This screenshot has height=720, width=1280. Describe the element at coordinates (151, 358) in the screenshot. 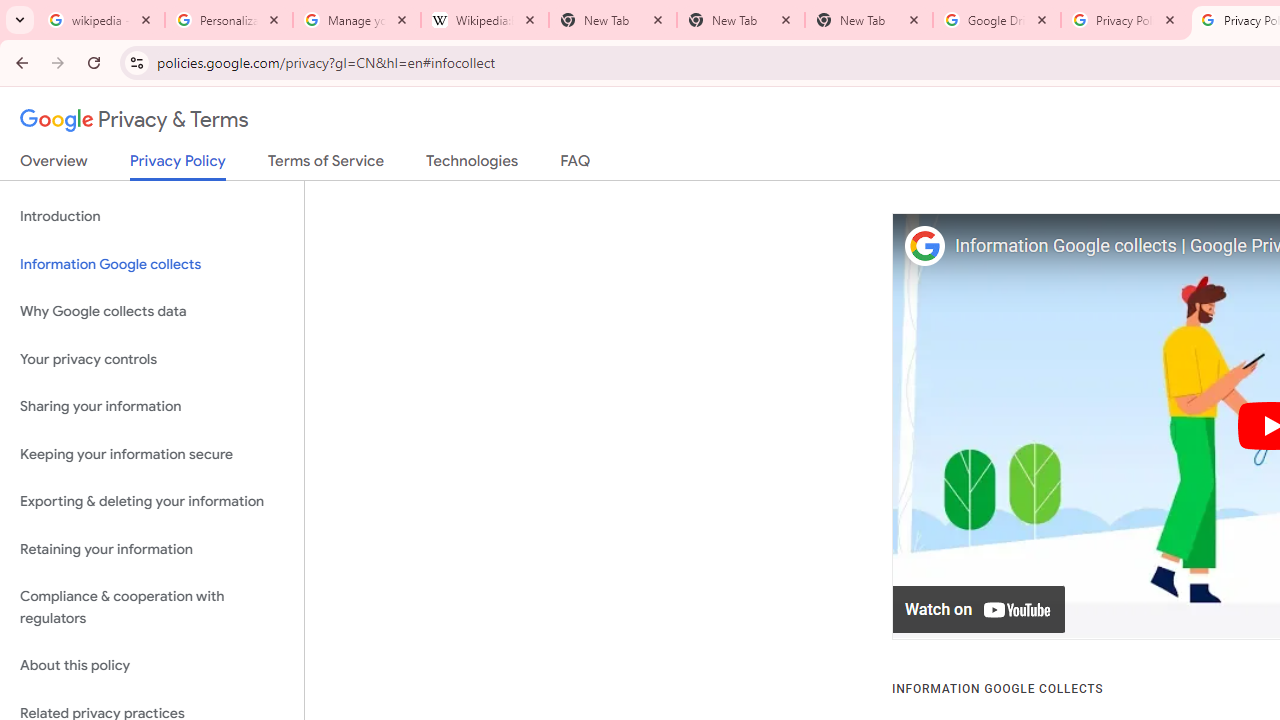

I see `'Your privacy controls'` at that location.